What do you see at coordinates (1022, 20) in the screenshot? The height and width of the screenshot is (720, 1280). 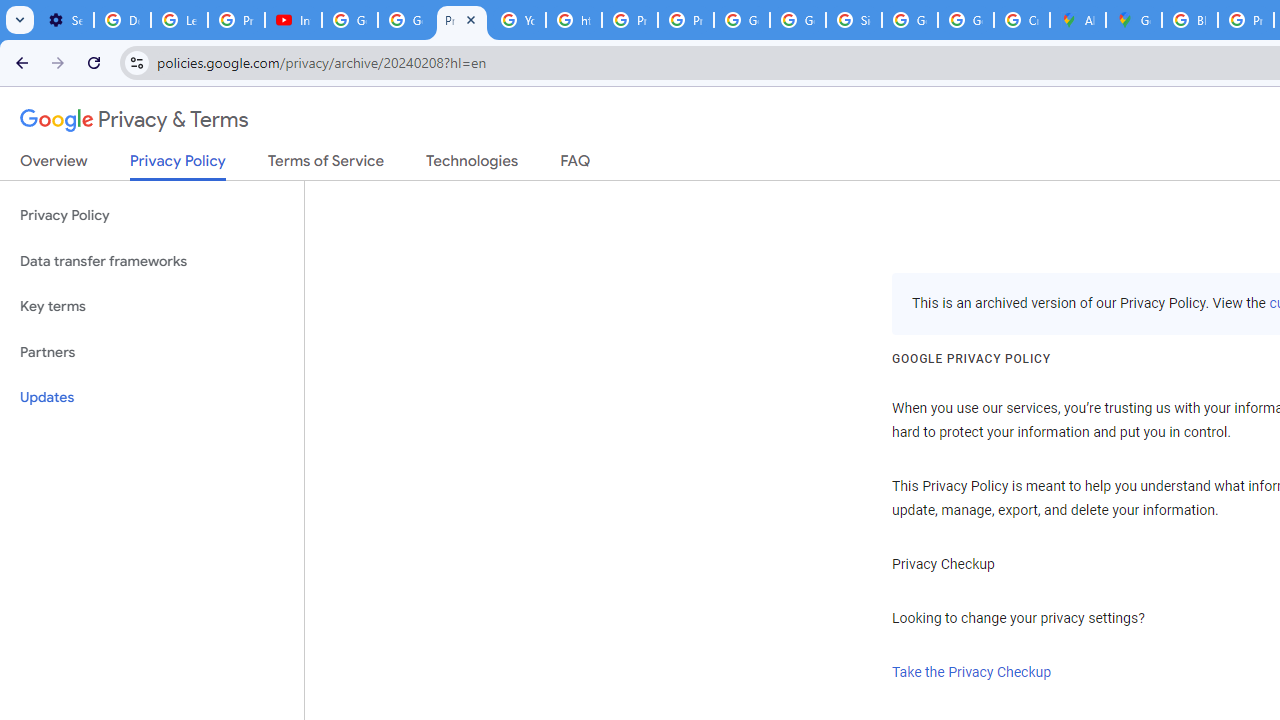 I see `'Create your Google Account'` at bounding box center [1022, 20].